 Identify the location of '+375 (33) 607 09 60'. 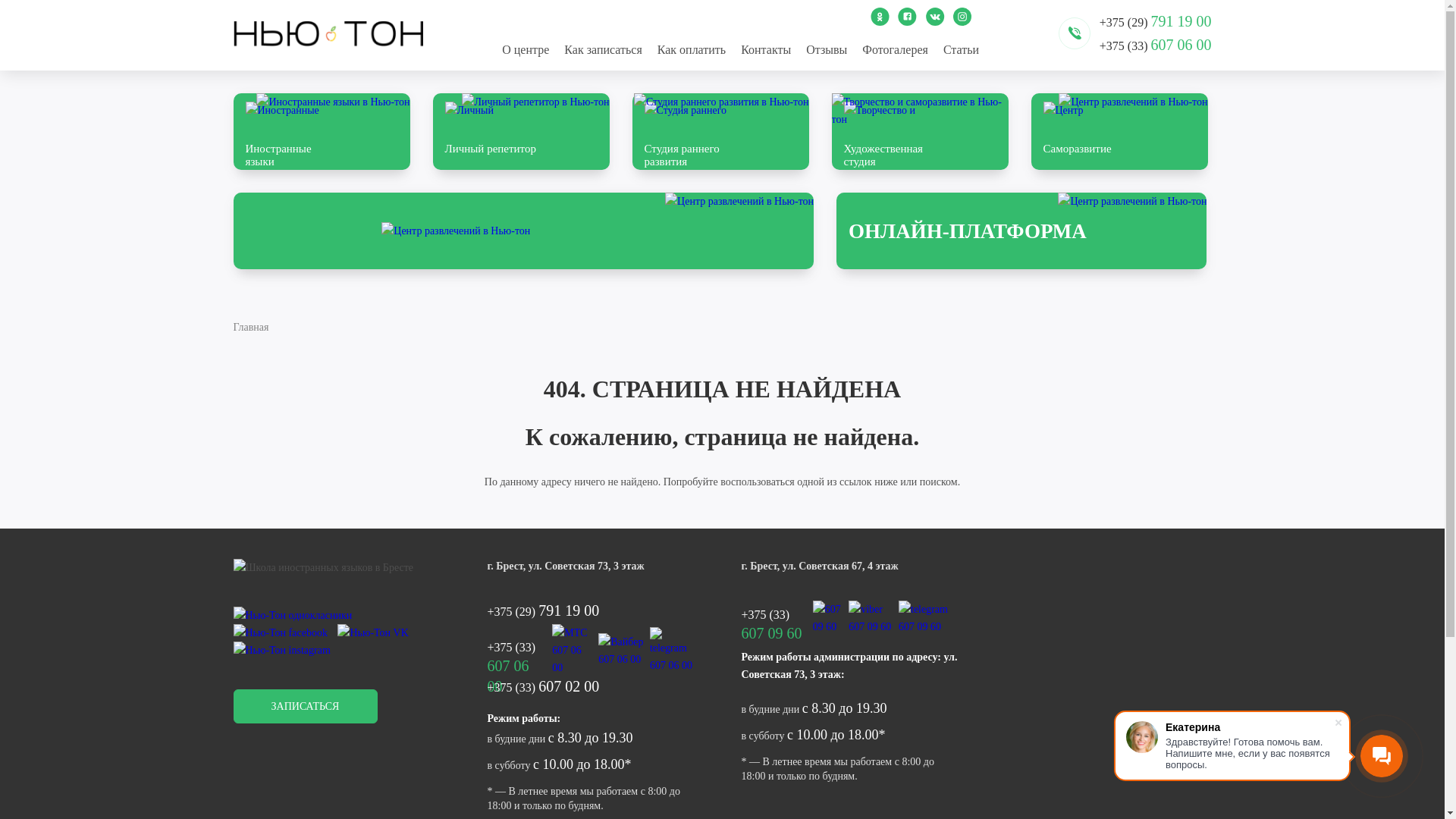
(775, 617).